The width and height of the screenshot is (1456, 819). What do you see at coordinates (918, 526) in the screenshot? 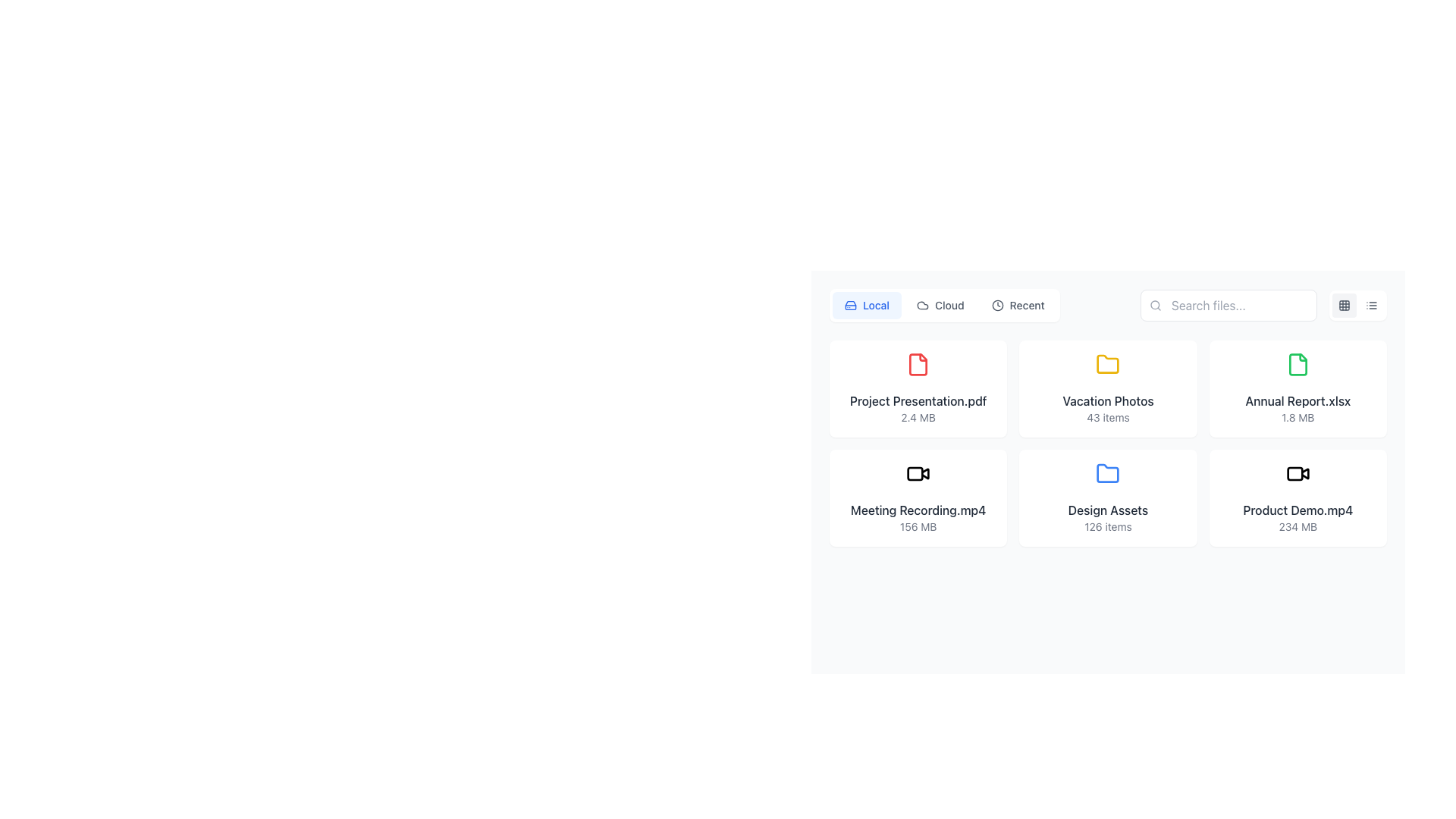
I see `the text label displaying the size of the file 'Meeting Recording.mp4', located below the text 'Meeting Recording.mp4' in the file card` at bounding box center [918, 526].